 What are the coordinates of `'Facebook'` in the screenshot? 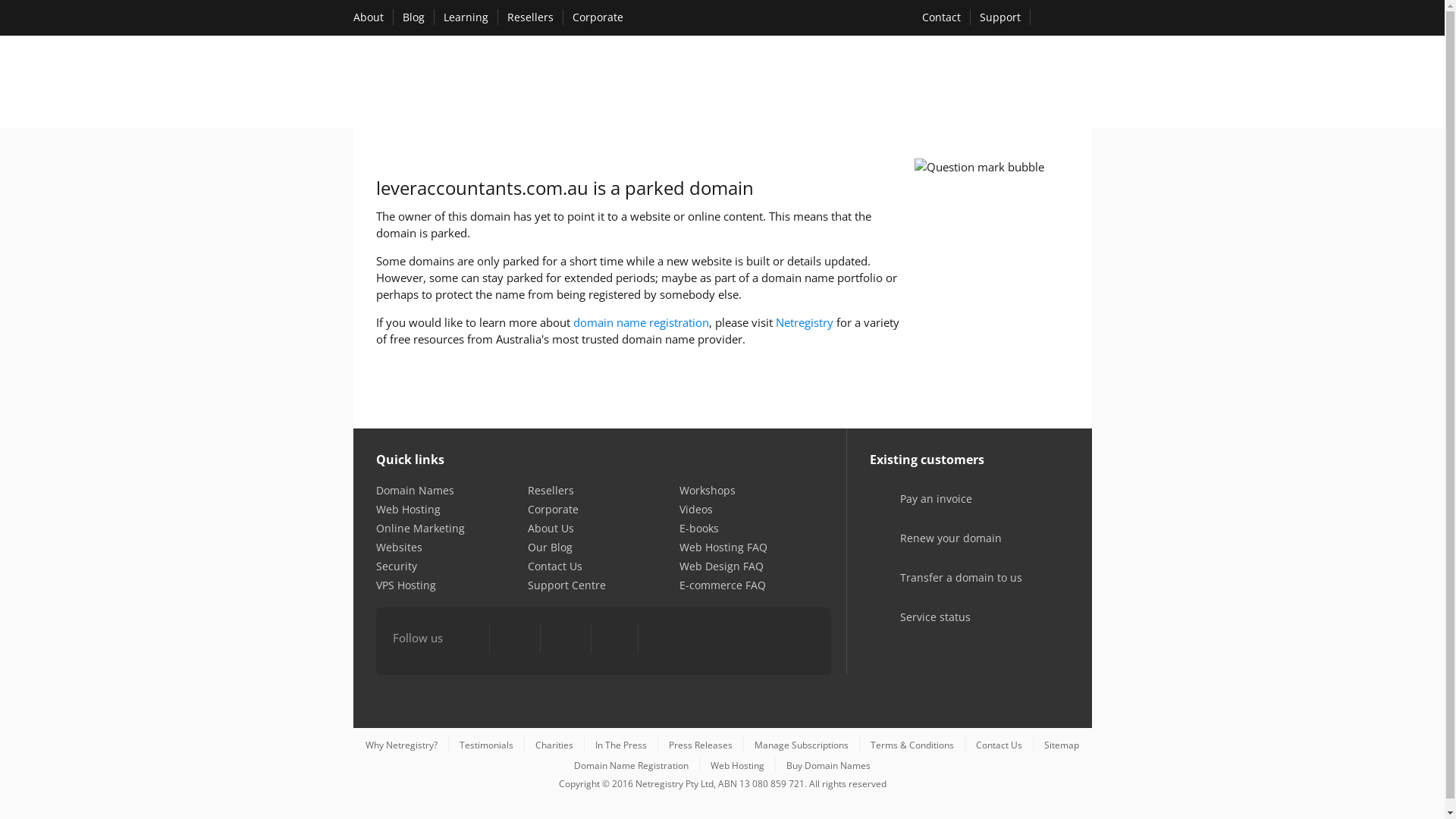 It's located at (466, 639).